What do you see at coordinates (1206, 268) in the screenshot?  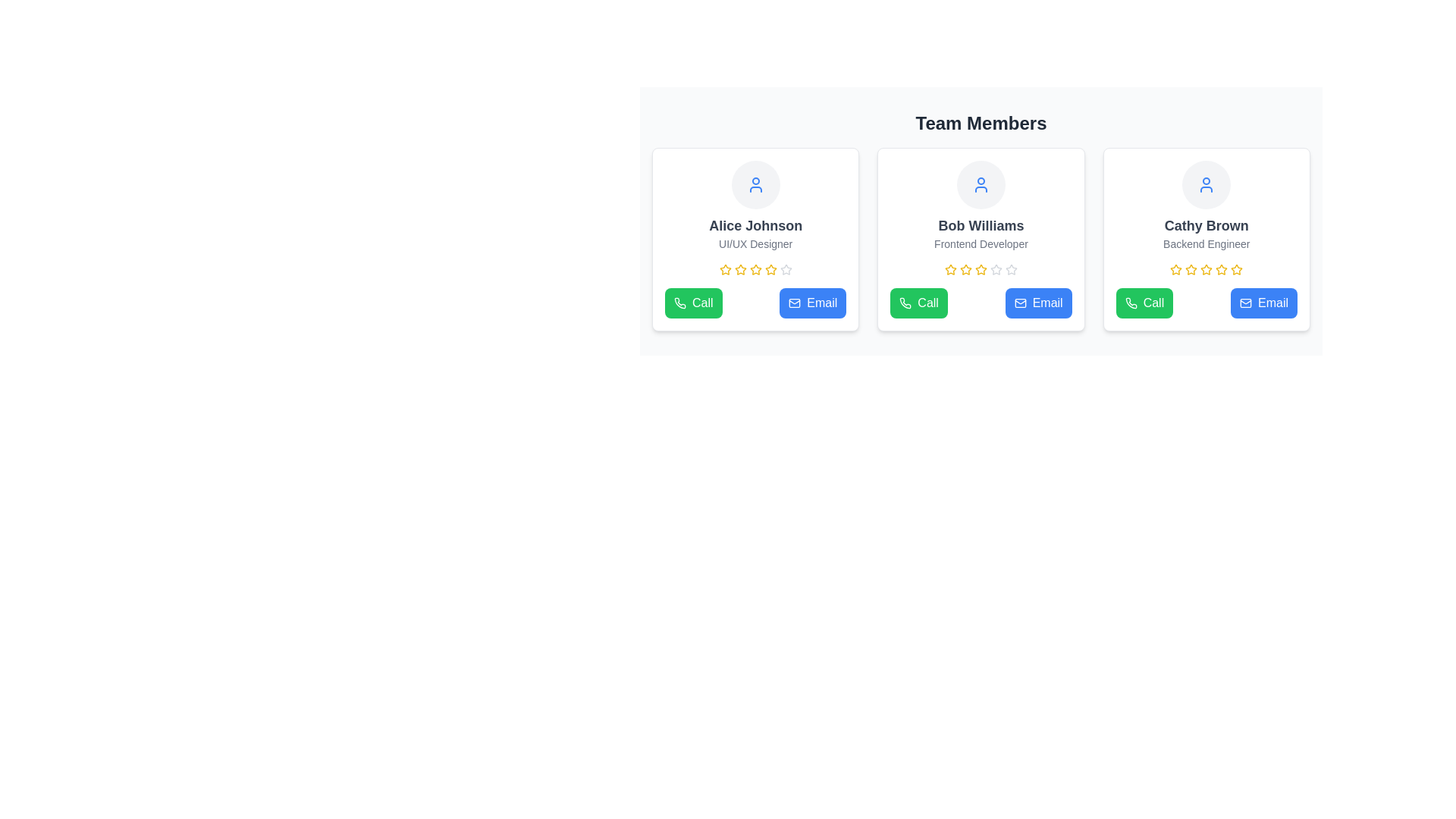 I see `the rating display component indicating a rating of 3 out of 5 stars, located centrally below the 'Backend Engineer' label in Cathy Brown's profile card` at bounding box center [1206, 268].